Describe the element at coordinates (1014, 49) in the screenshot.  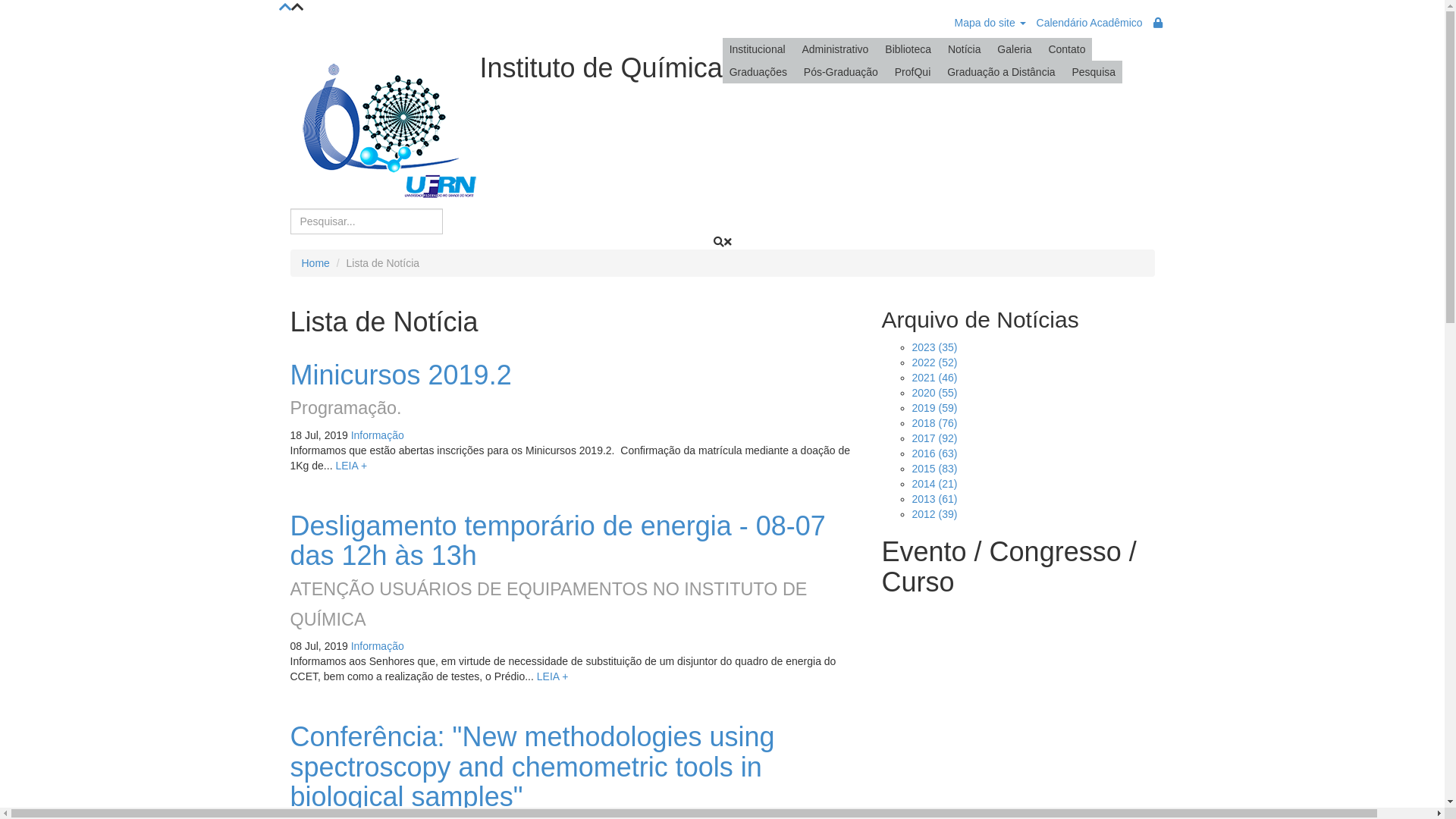
I see `'Galeria'` at that location.